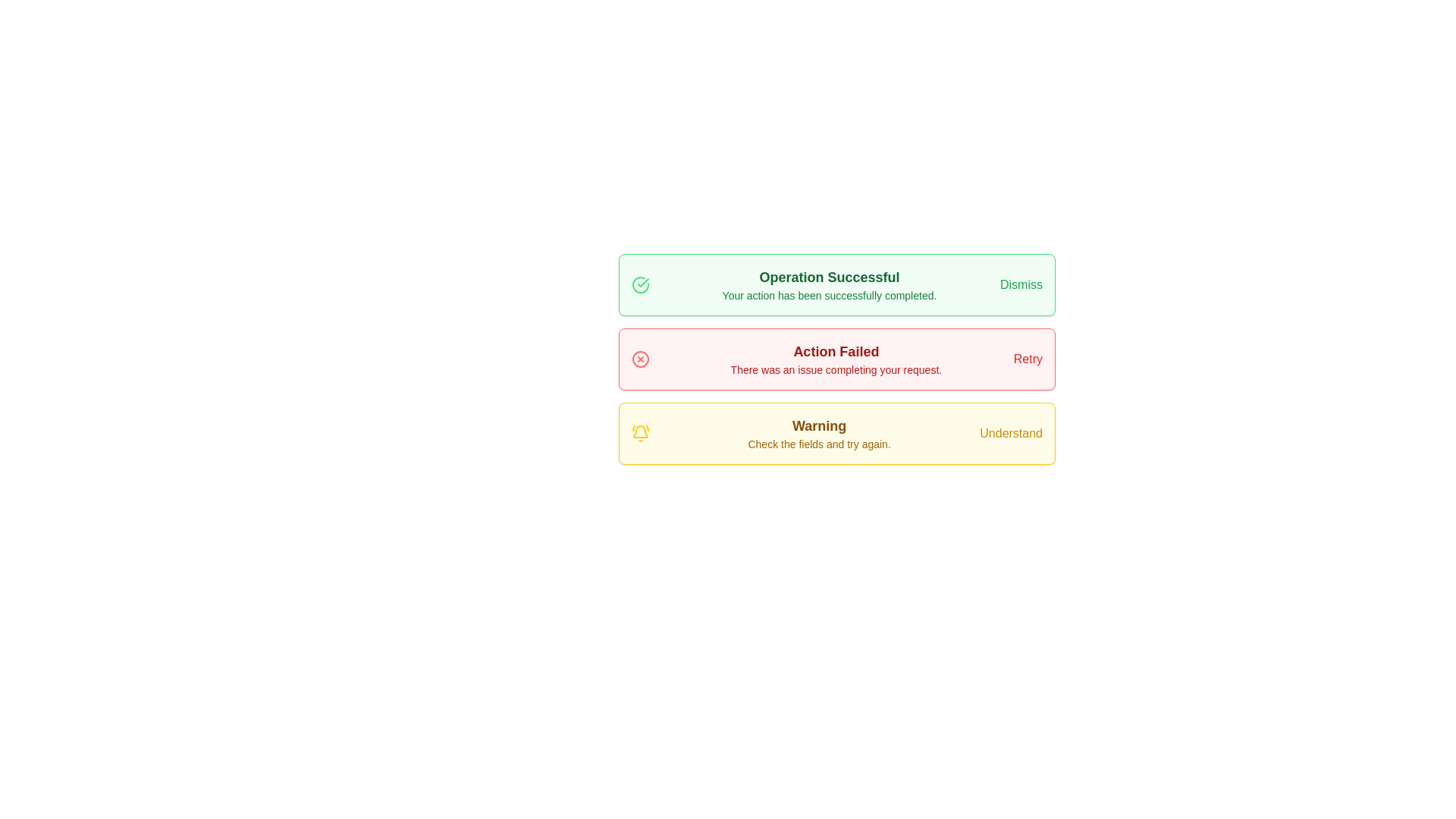  What do you see at coordinates (640, 359) in the screenshot?
I see `the error icon located to the left of the 'There was an issue completing your request.' text in the 'Action Failed' notification segment` at bounding box center [640, 359].